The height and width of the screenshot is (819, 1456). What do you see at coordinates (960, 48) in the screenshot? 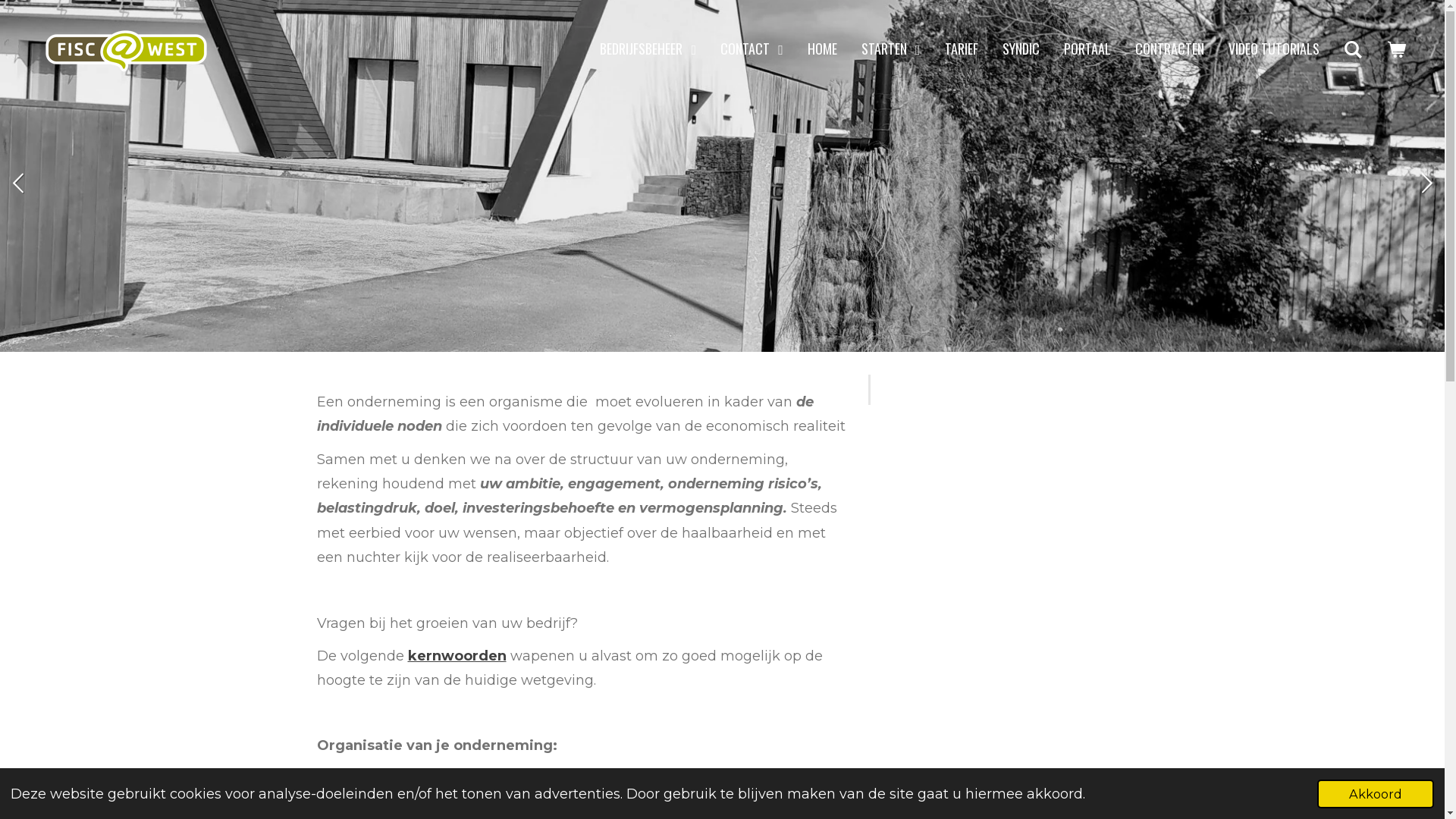
I see `'TARIEF'` at bounding box center [960, 48].